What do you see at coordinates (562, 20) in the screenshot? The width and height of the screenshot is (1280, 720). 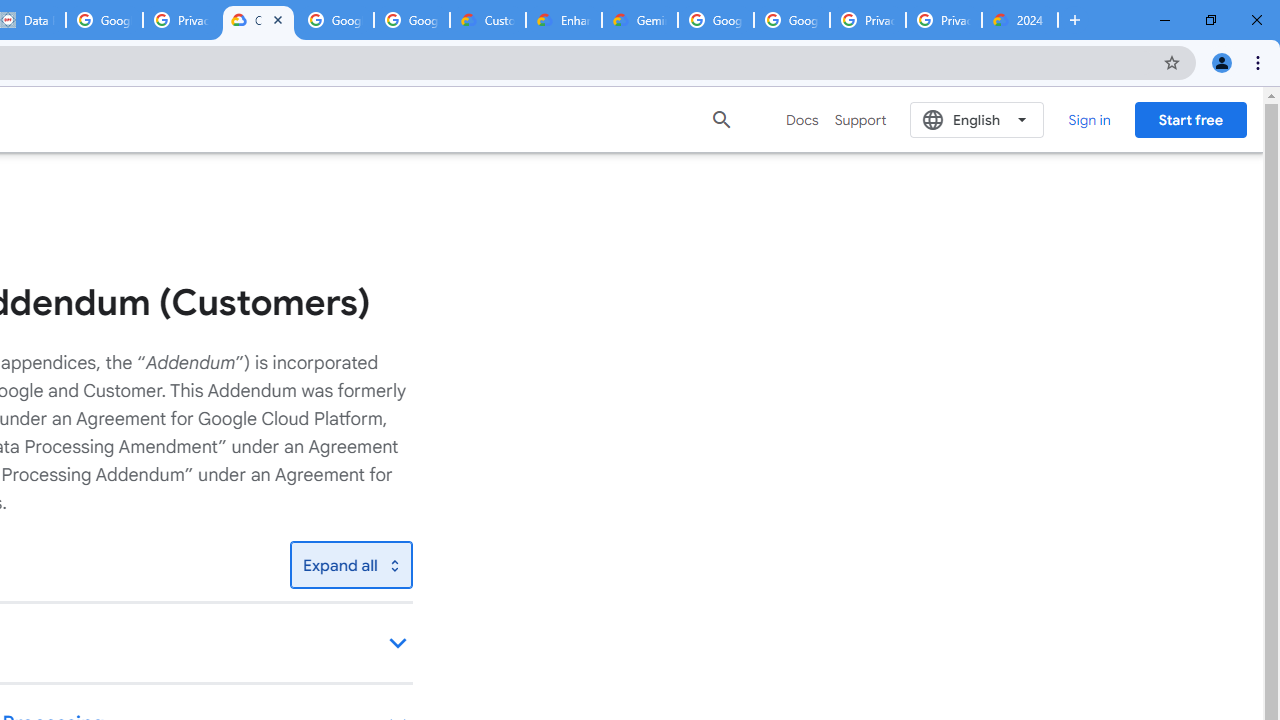 I see `'Enhanced Support | Google Cloud'` at bounding box center [562, 20].